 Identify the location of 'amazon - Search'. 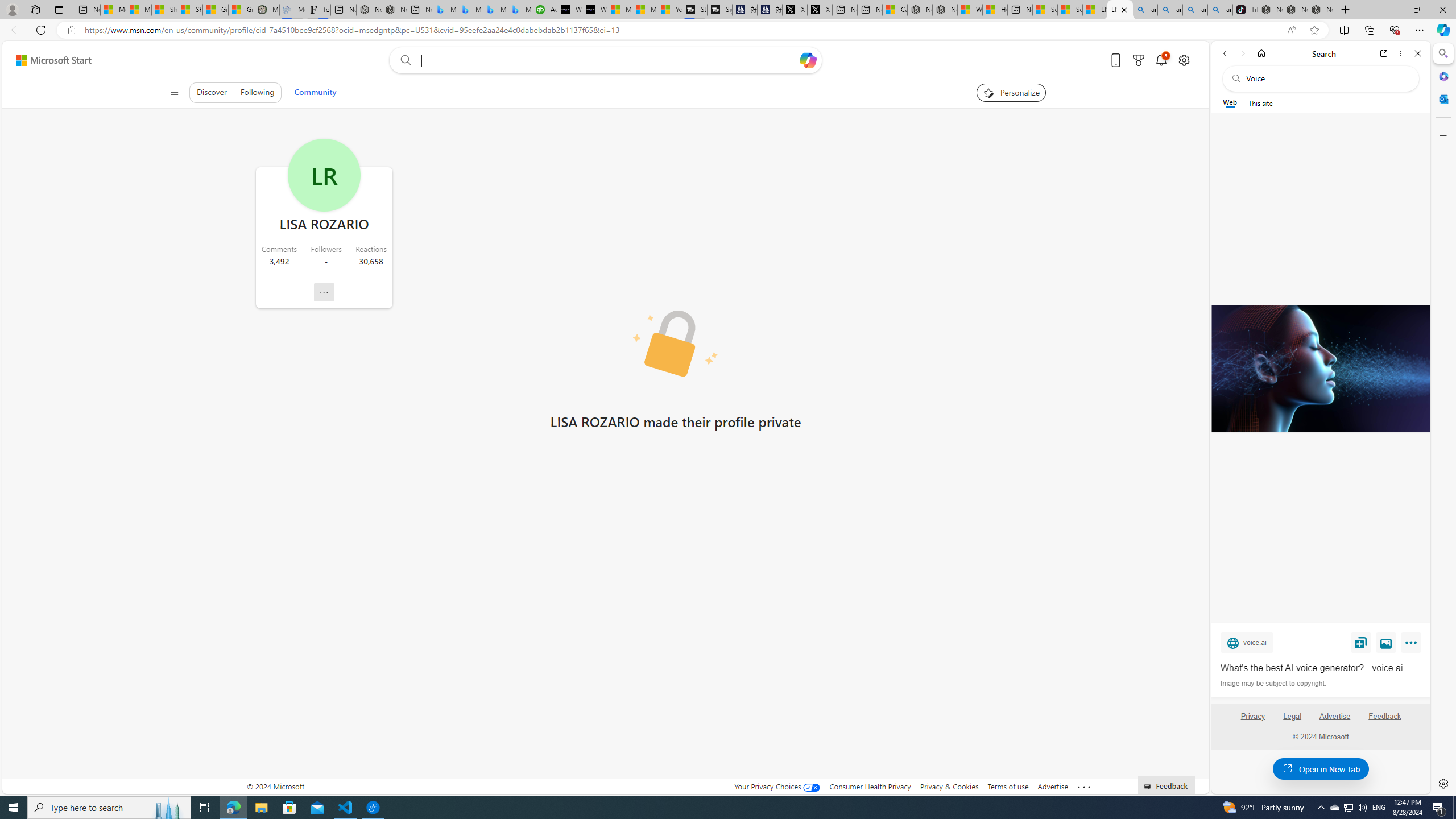
(1170, 9).